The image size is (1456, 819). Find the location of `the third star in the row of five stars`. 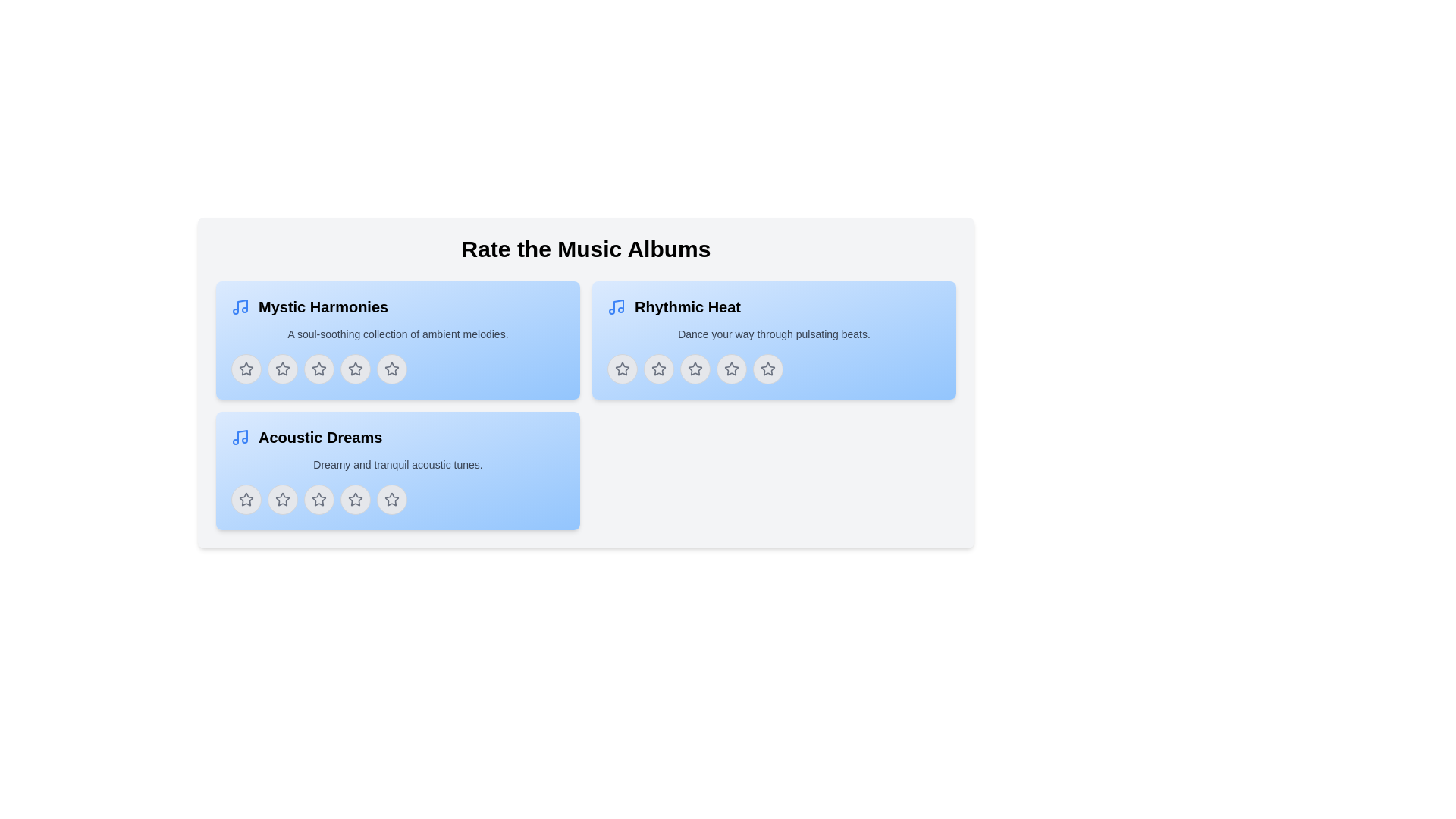

the third star in the row of five stars is located at coordinates (694, 369).